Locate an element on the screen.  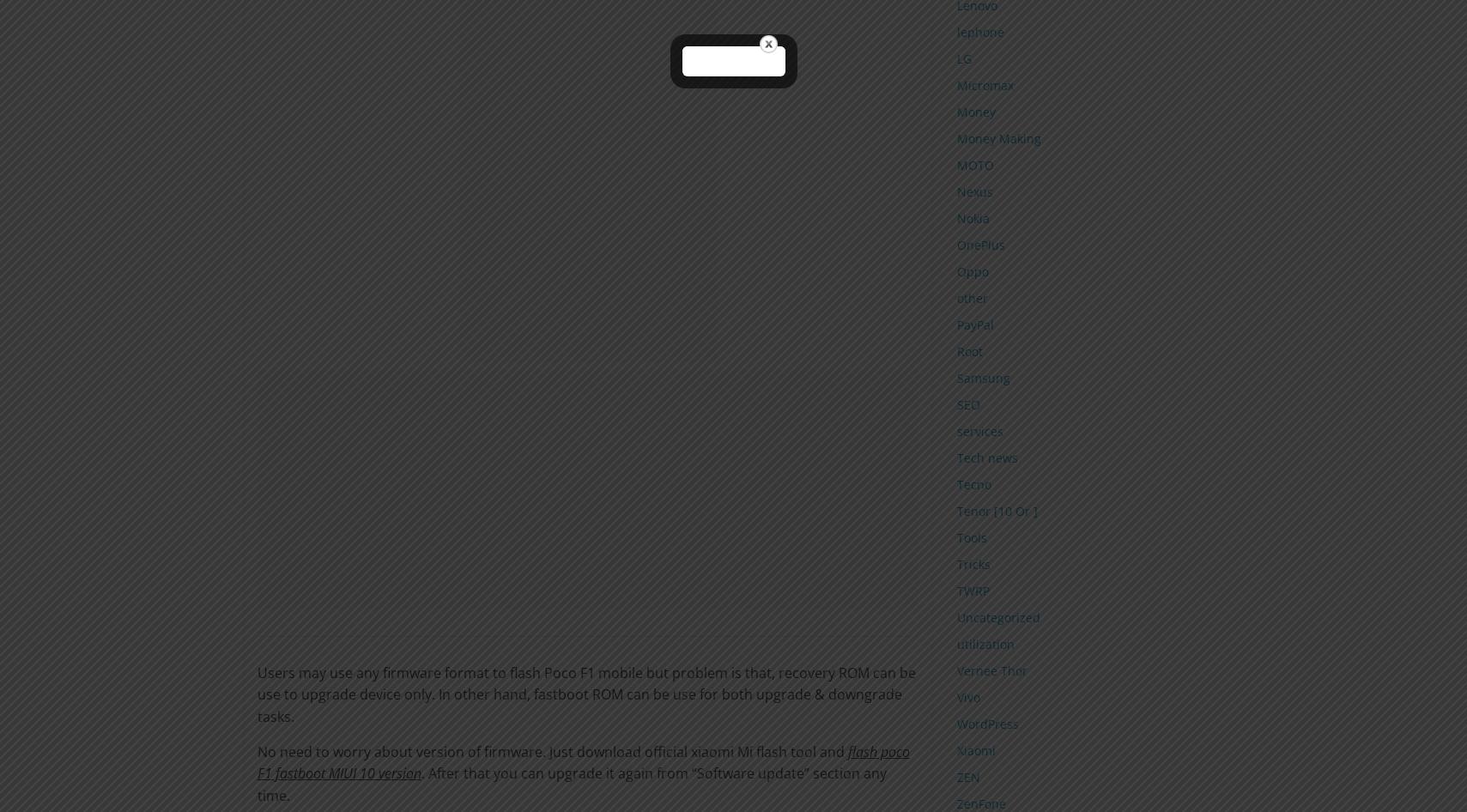
'. After that you can upgrade it again from “Software update” section any time.' is located at coordinates (256, 783).